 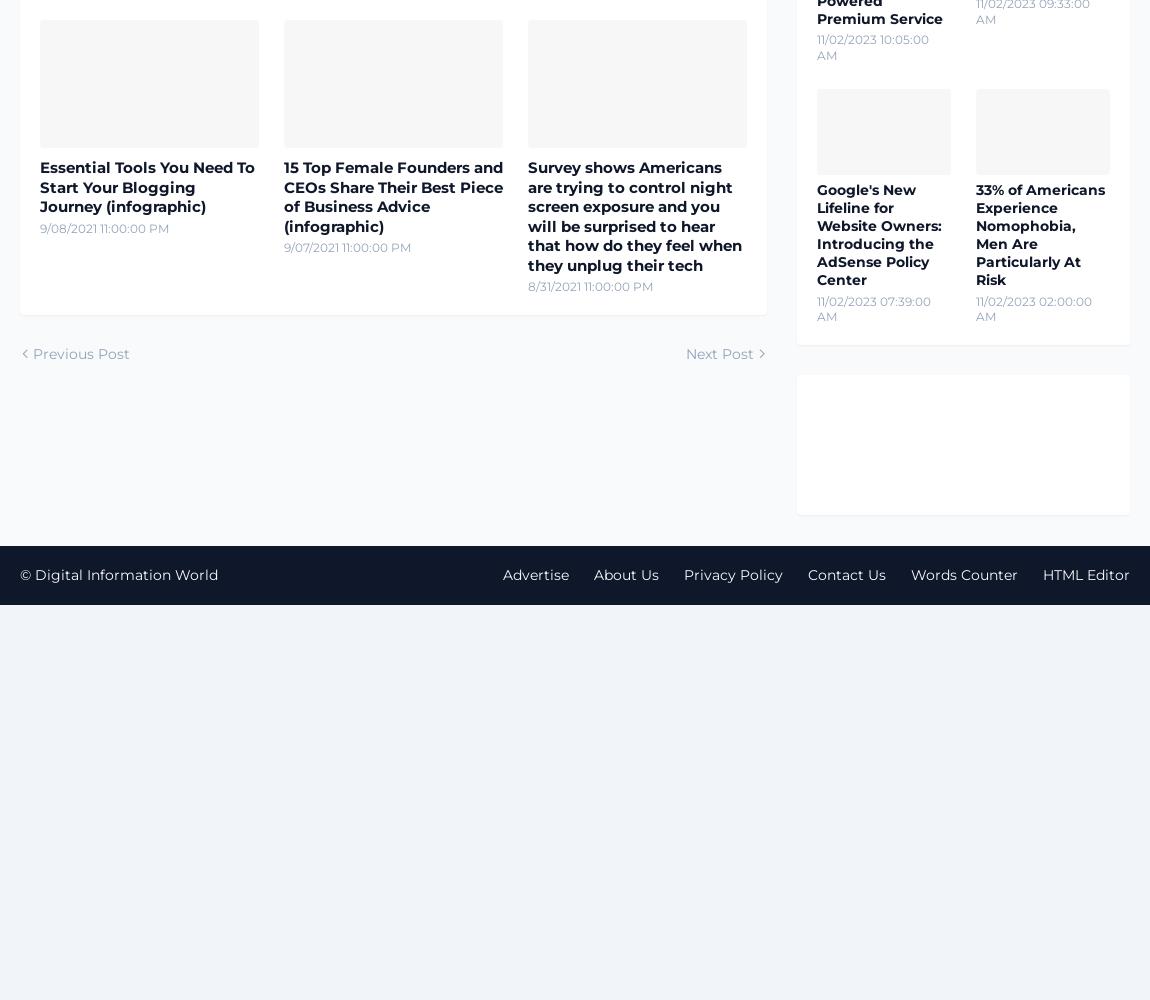 I want to click on 'Previous Post', so click(x=32, y=352).